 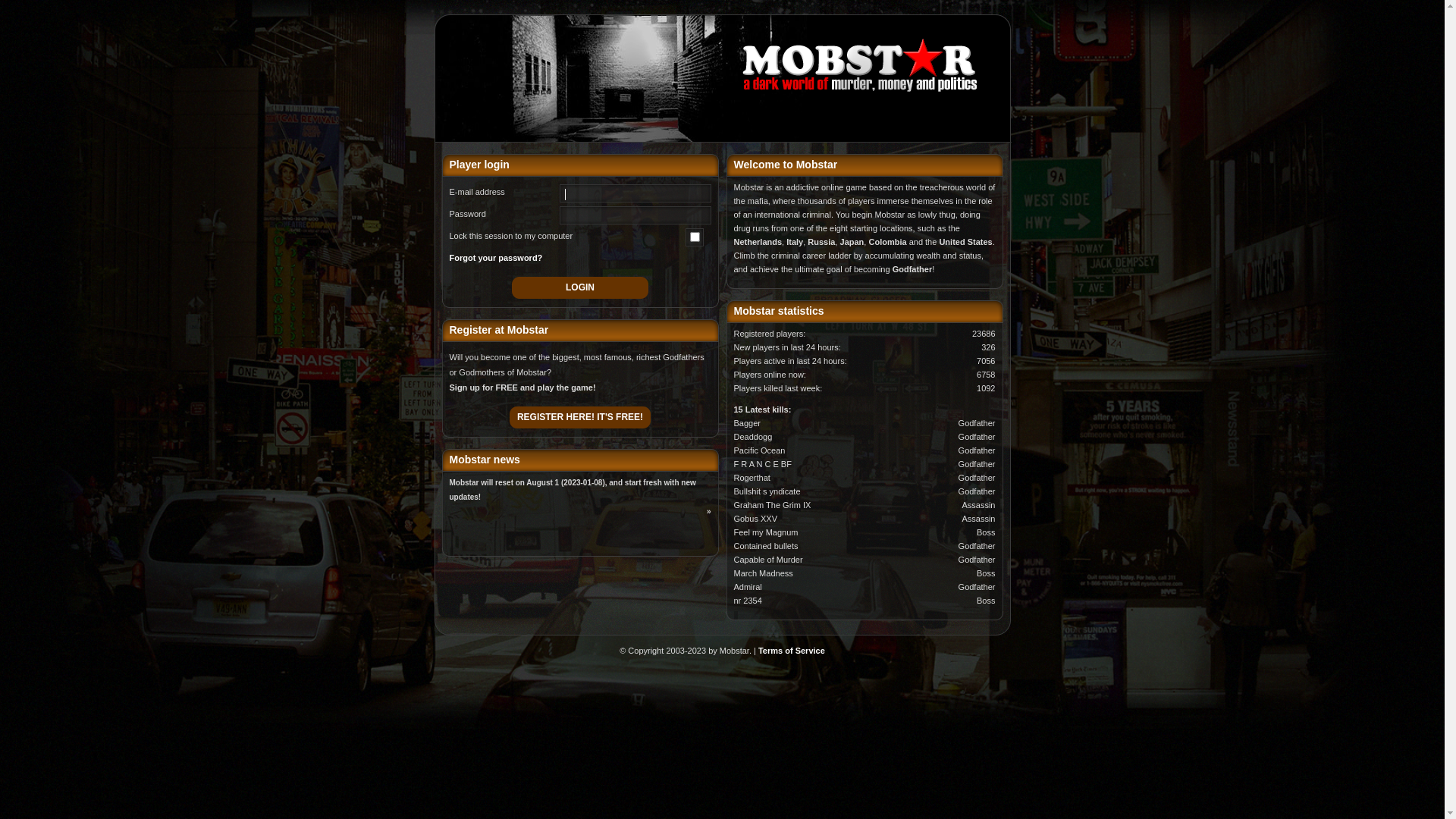 I want to click on 'Terms of Service', so click(x=790, y=649).